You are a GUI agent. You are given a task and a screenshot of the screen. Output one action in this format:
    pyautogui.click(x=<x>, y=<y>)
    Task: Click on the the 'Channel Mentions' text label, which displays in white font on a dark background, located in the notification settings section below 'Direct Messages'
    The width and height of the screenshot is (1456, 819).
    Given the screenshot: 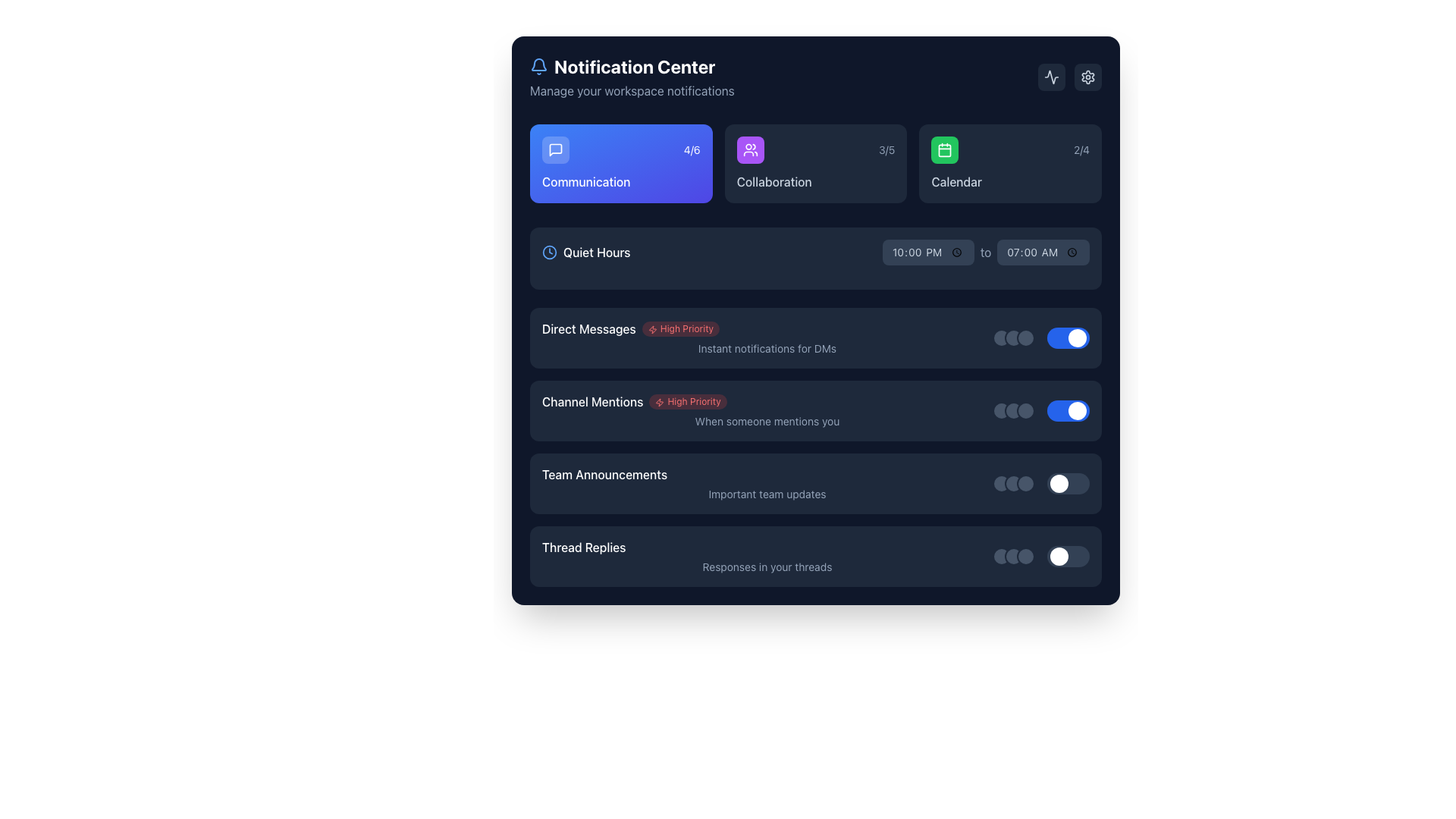 What is the action you would take?
    pyautogui.click(x=591, y=400)
    